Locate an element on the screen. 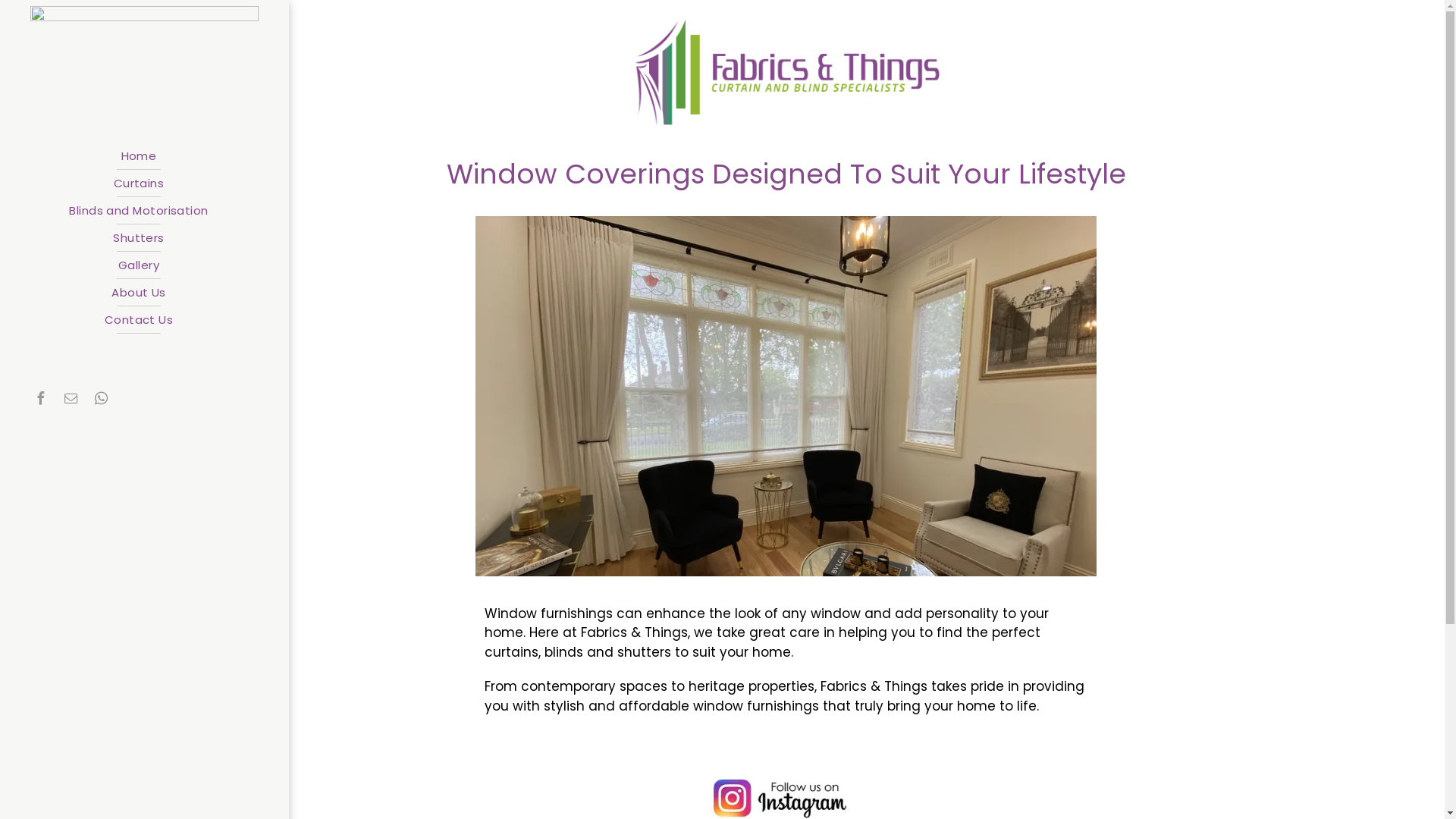  'Shutters' is located at coordinates (138, 237).